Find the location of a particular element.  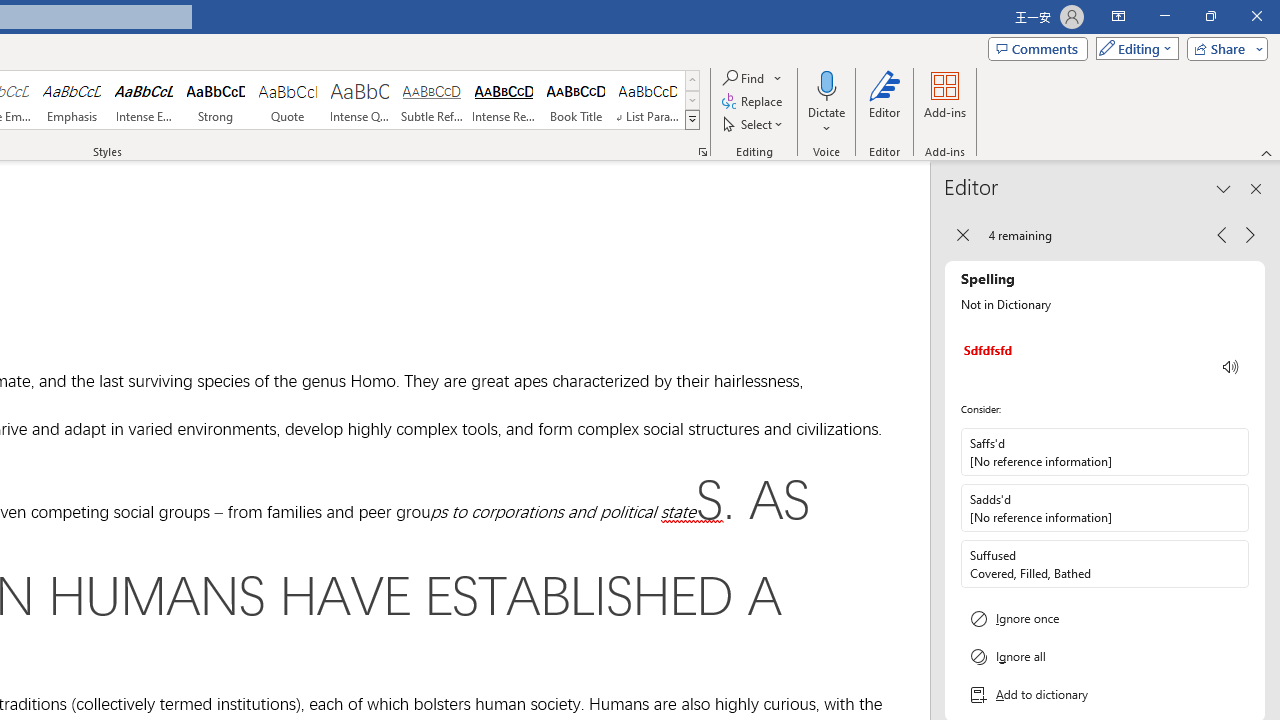

'Subtle Reference' is located at coordinates (431, 100).